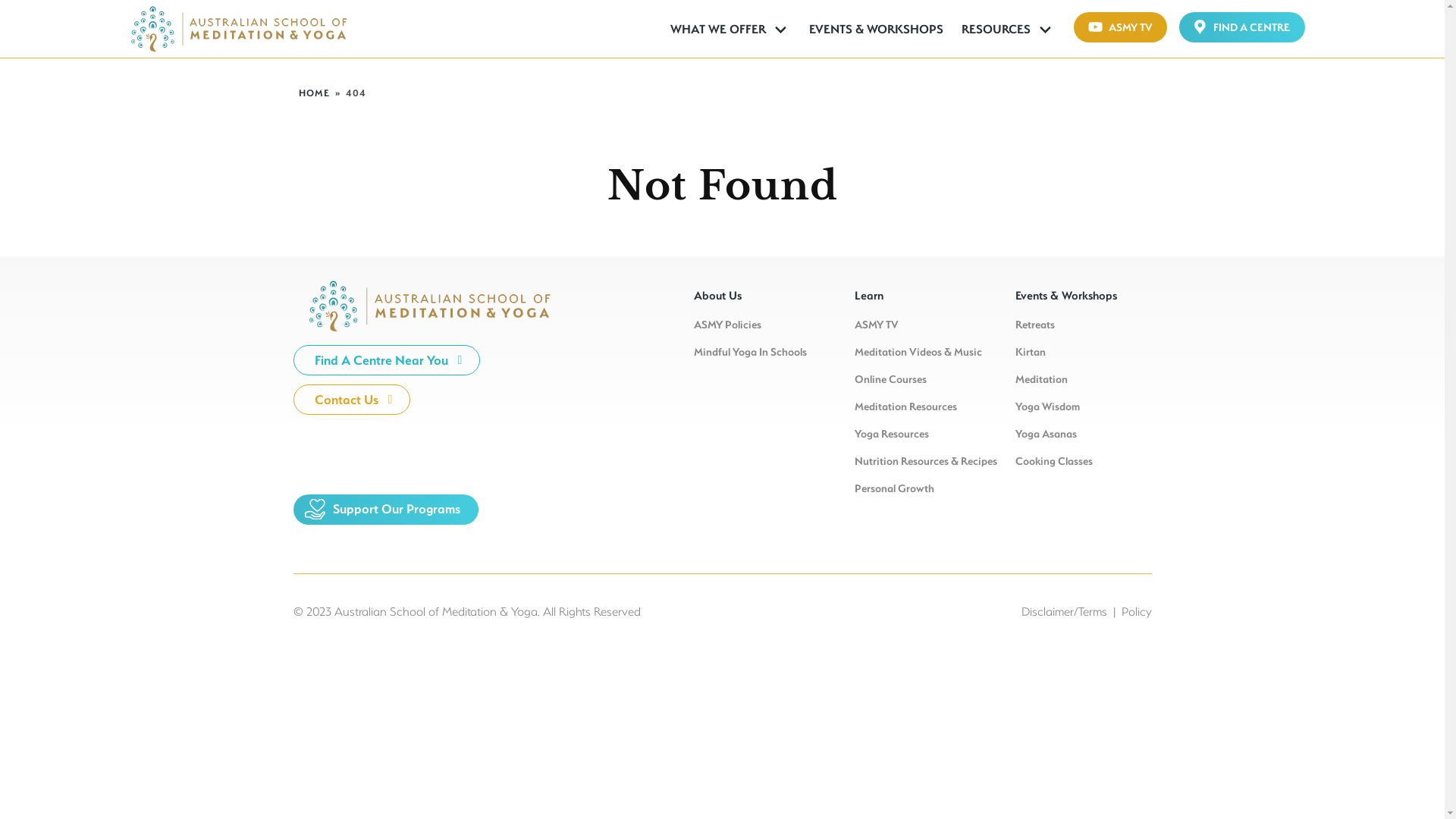  What do you see at coordinates (250, 29) in the screenshot?
I see `'AUSTRALIAN SCHOOL OF MEDITATION &AMP; YOGA | ASMY'` at bounding box center [250, 29].